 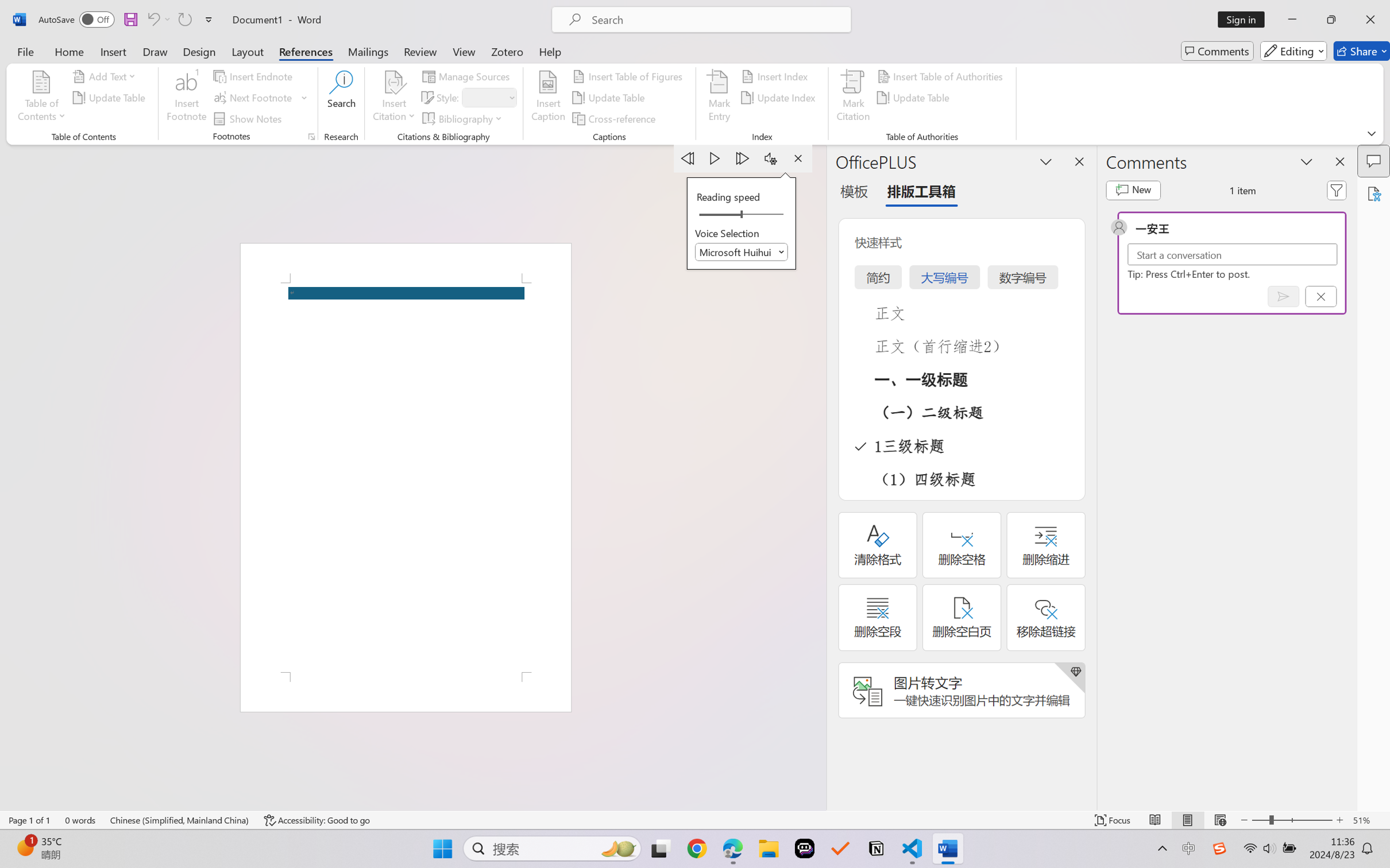 What do you see at coordinates (261, 98) in the screenshot?
I see `'Next Footnote'` at bounding box center [261, 98].